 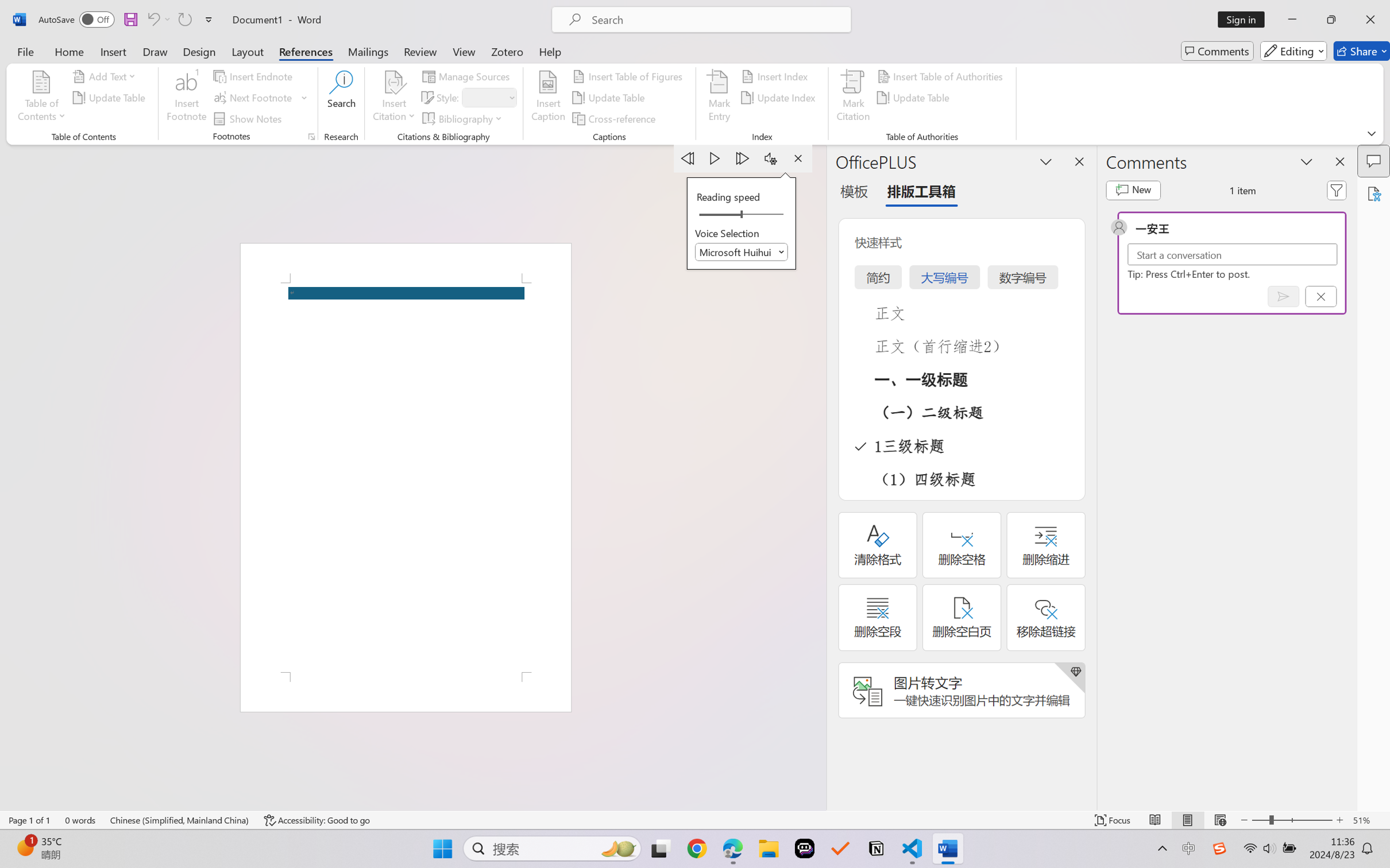 What do you see at coordinates (261, 98) in the screenshot?
I see `'Next Footnote'` at bounding box center [261, 98].